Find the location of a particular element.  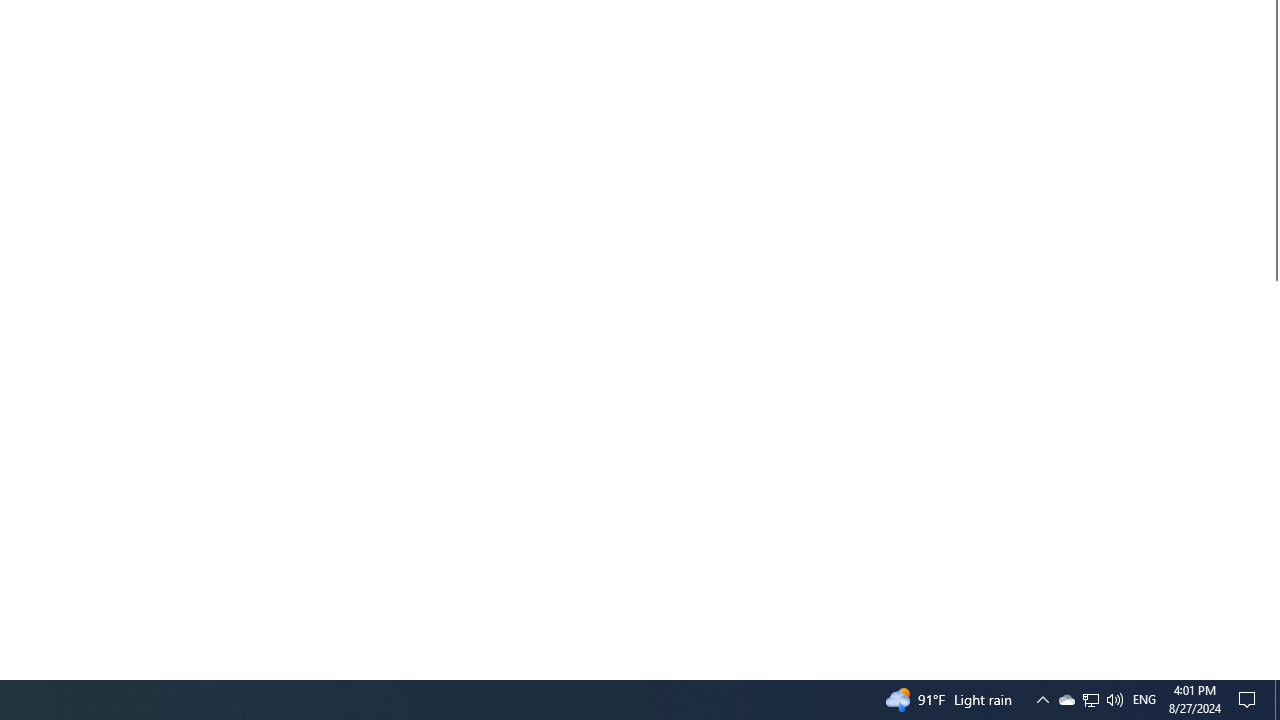

'Vertical Small Increase' is located at coordinates (1271, 671).